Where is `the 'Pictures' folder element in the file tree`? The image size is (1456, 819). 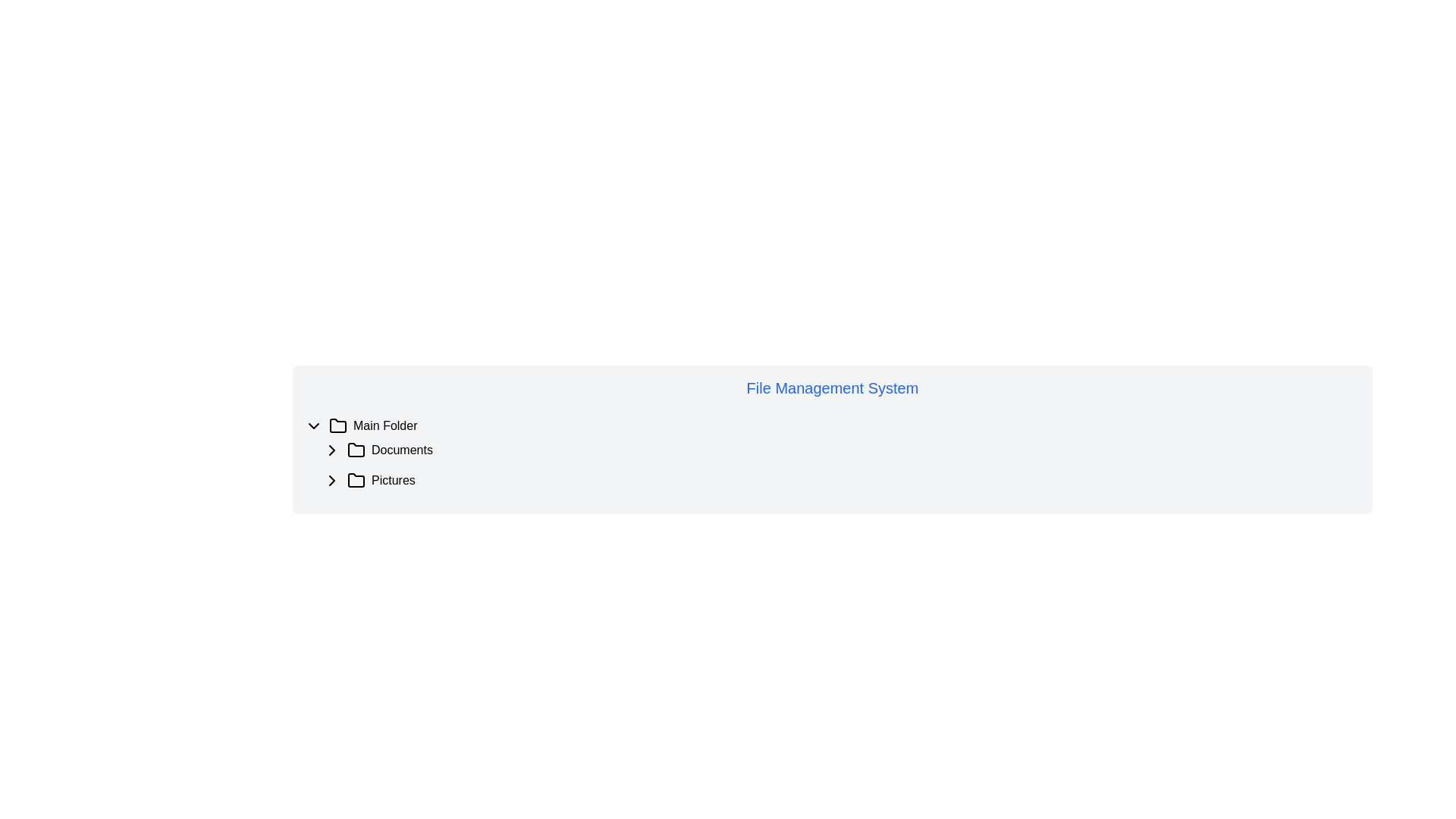
the 'Pictures' folder element in the file tree is located at coordinates (381, 480).